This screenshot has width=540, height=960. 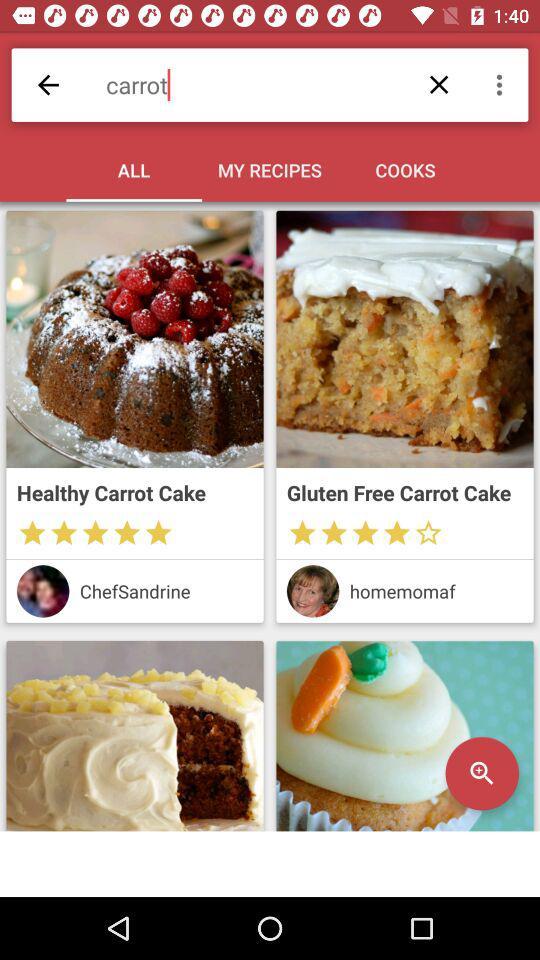 What do you see at coordinates (135, 735) in the screenshot?
I see `cake image` at bounding box center [135, 735].